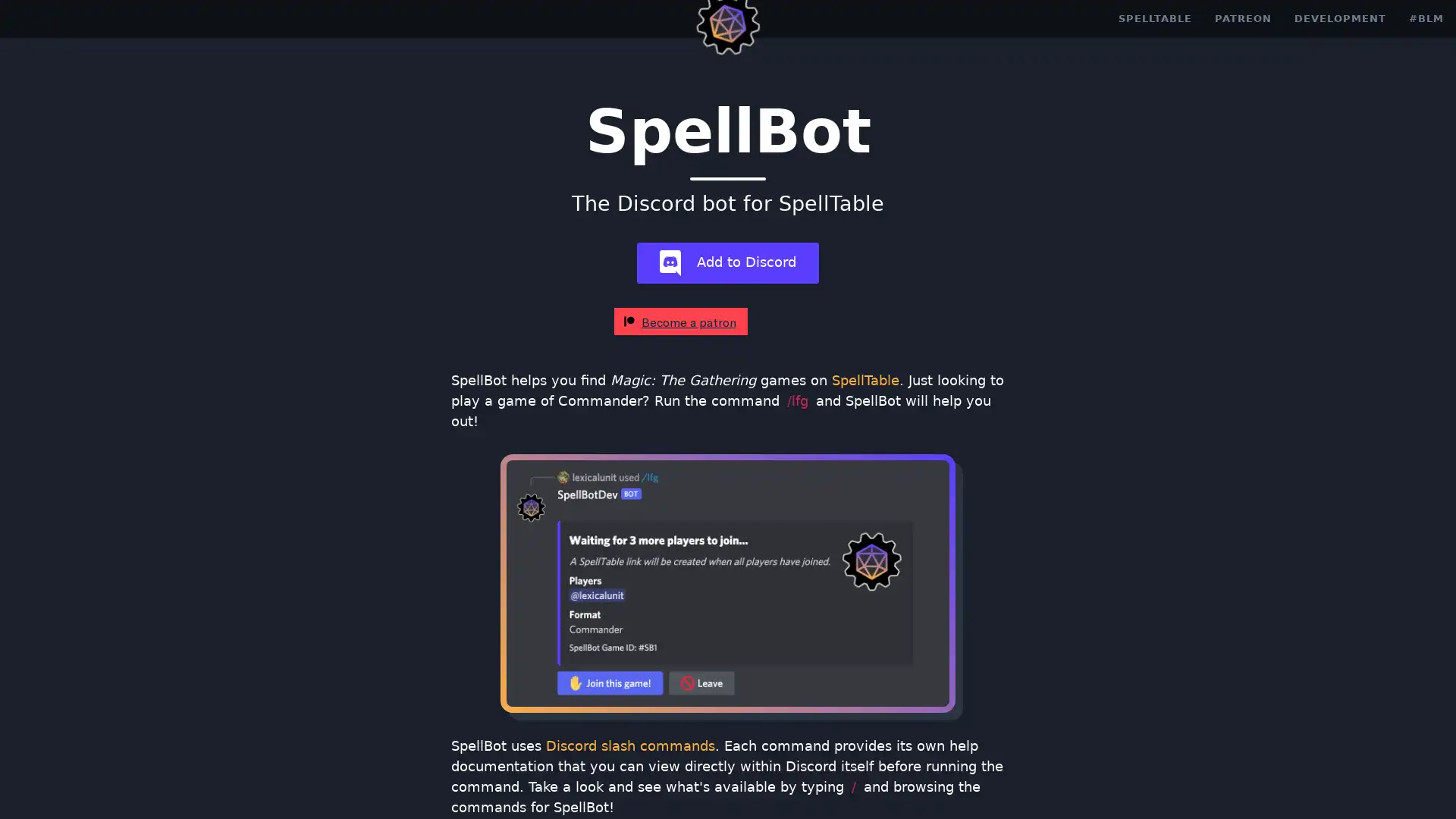 The width and height of the screenshot is (1456, 819). What do you see at coordinates (728, 262) in the screenshot?
I see `add-bot Add to Discord` at bounding box center [728, 262].